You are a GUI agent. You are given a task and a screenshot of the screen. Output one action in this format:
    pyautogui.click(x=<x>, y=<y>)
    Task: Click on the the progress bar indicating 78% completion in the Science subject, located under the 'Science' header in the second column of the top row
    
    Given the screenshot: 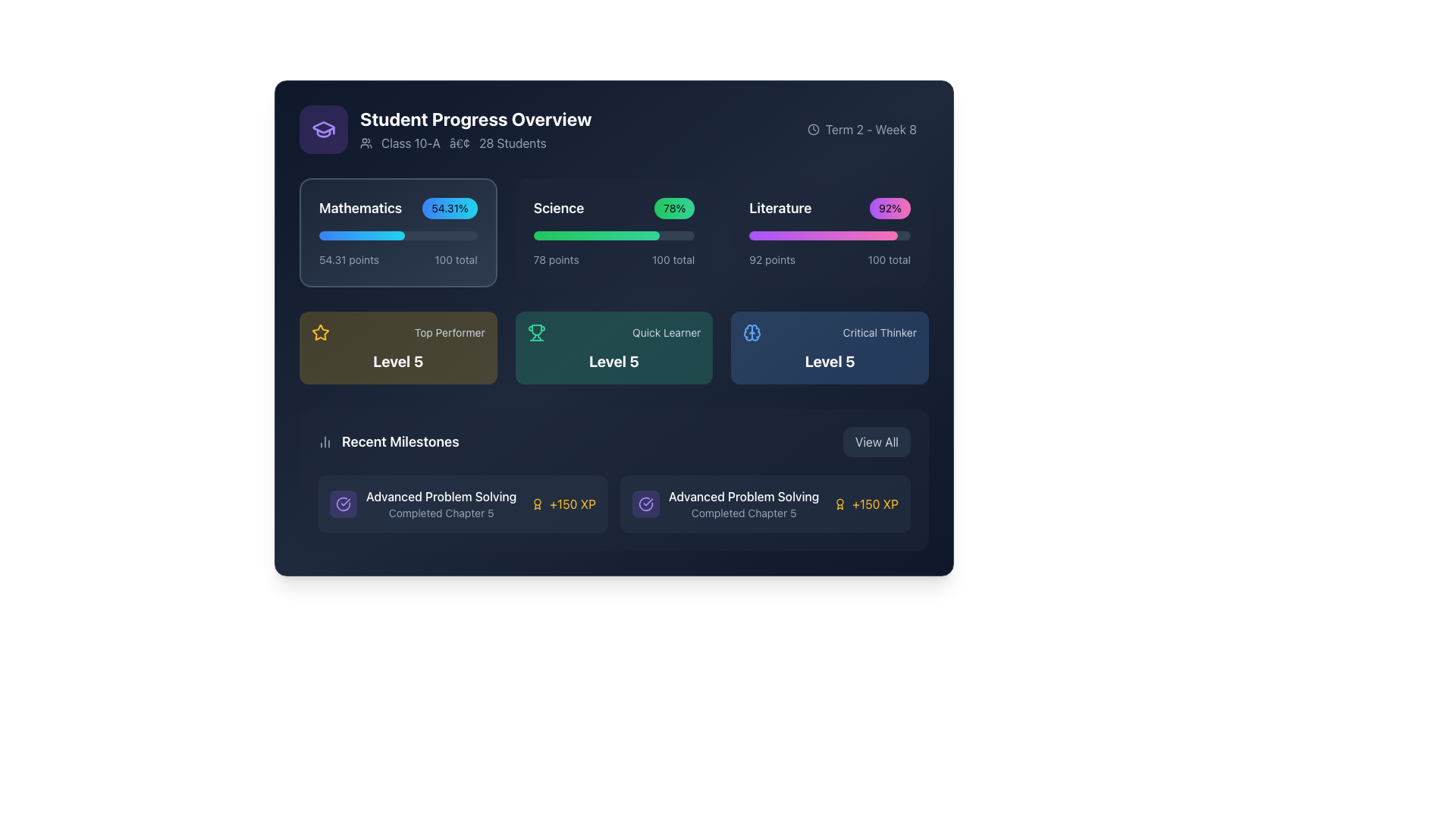 What is the action you would take?
    pyautogui.click(x=614, y=236)
    